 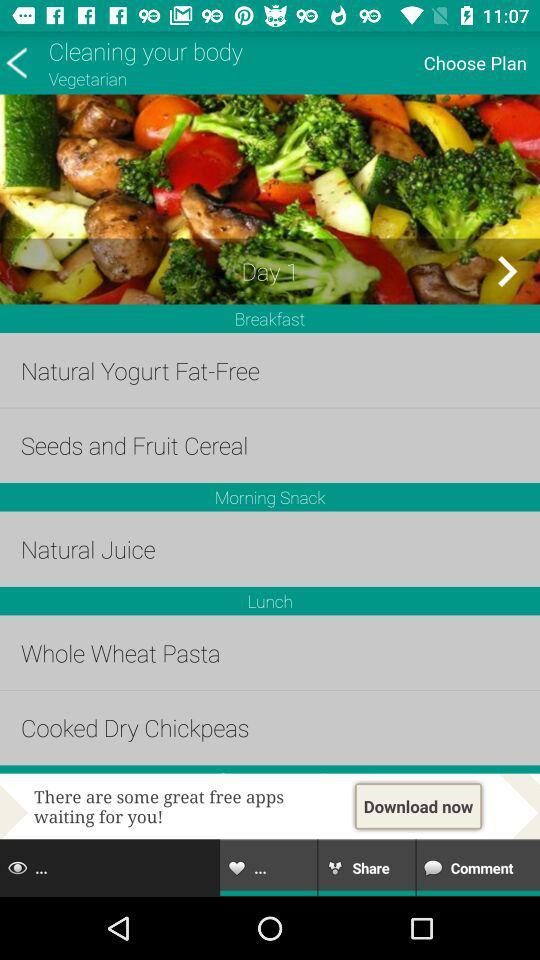 What do you see at coordinates (507, 270) in the screenshot?
I see `day 2` at bounding box center [507, 270].